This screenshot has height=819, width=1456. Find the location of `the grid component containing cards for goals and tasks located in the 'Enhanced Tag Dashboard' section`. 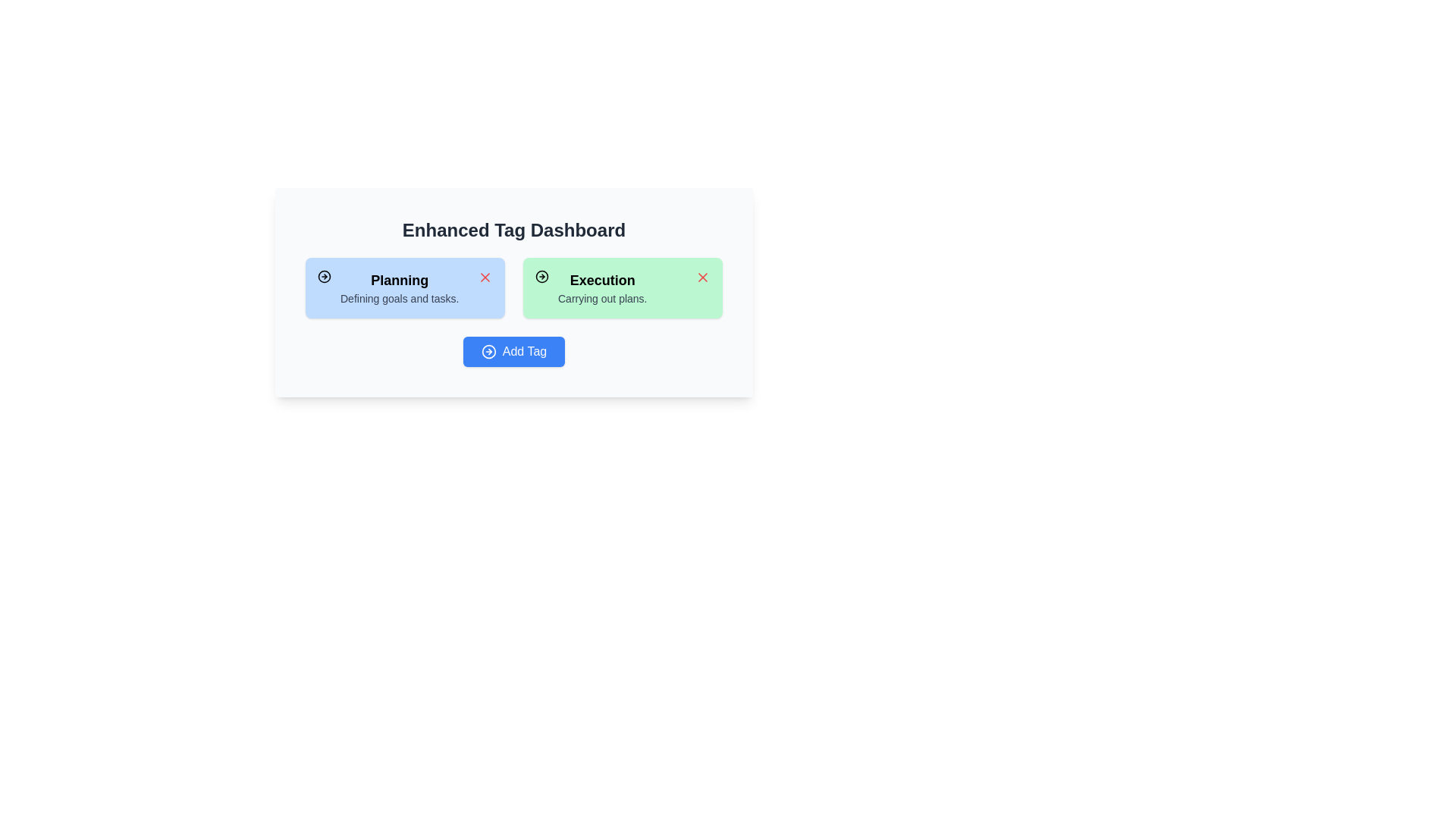

the grid component containing cards for goals and tasks located in the 'Enhanced Tag Dashboard' section is located at coordinates (513, 288).